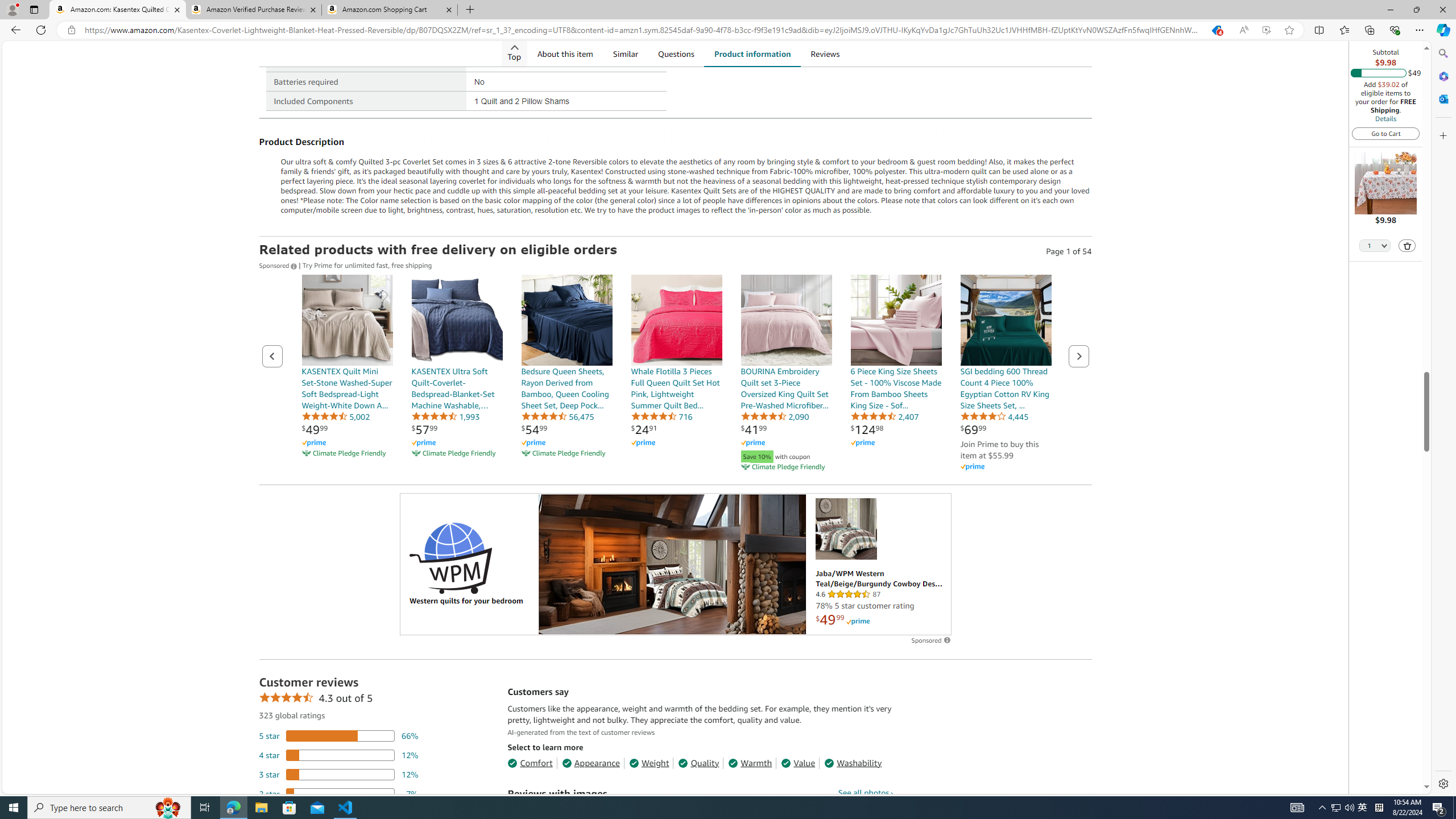 This screenshot has width=1456, height=819. Describe the element at coordinates (751, 53) in the screenshot. I see `'Product information'` at that location.